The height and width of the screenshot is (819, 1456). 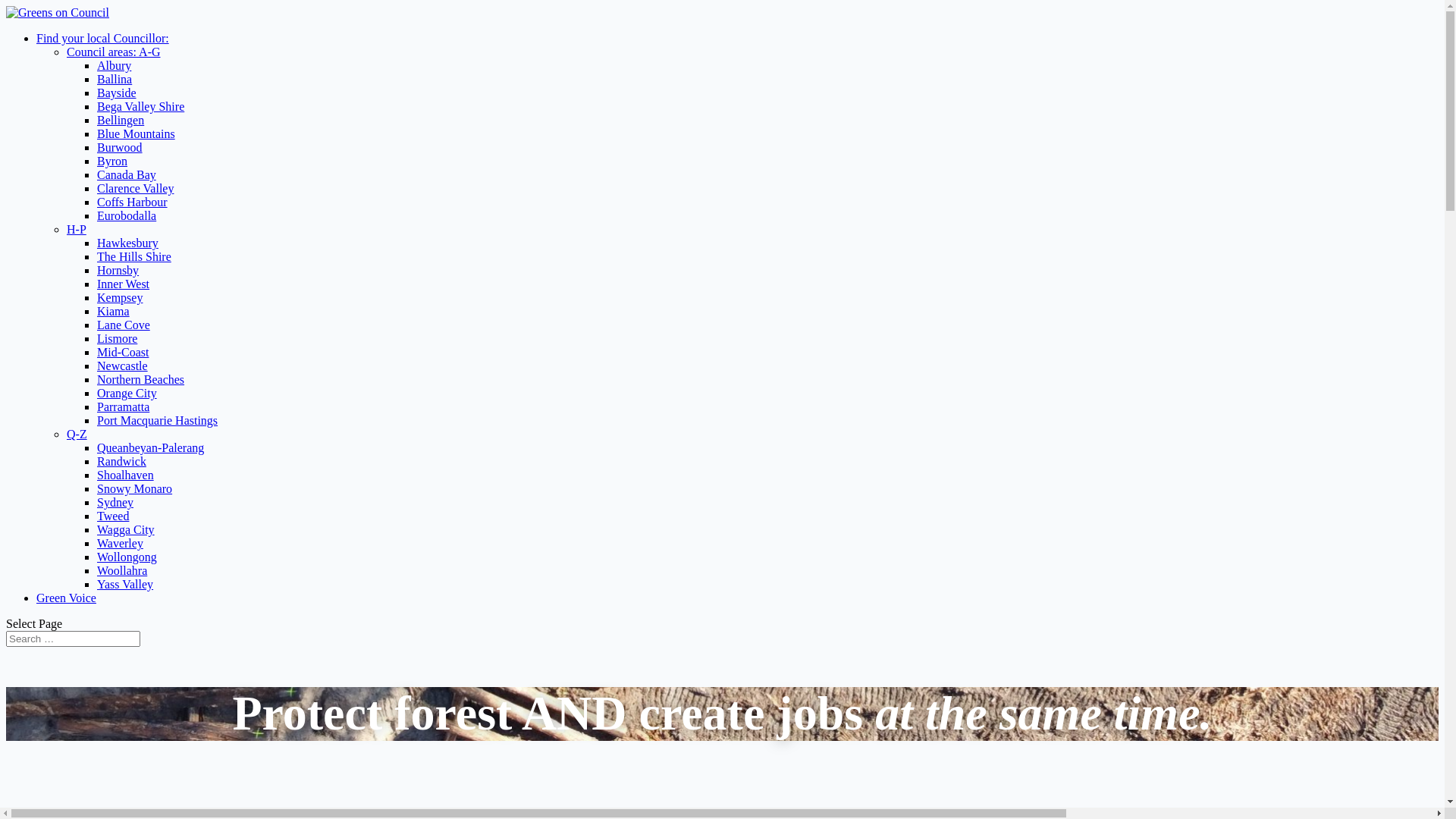 I want to click on 'Burwood', so click(x=119, y=147).